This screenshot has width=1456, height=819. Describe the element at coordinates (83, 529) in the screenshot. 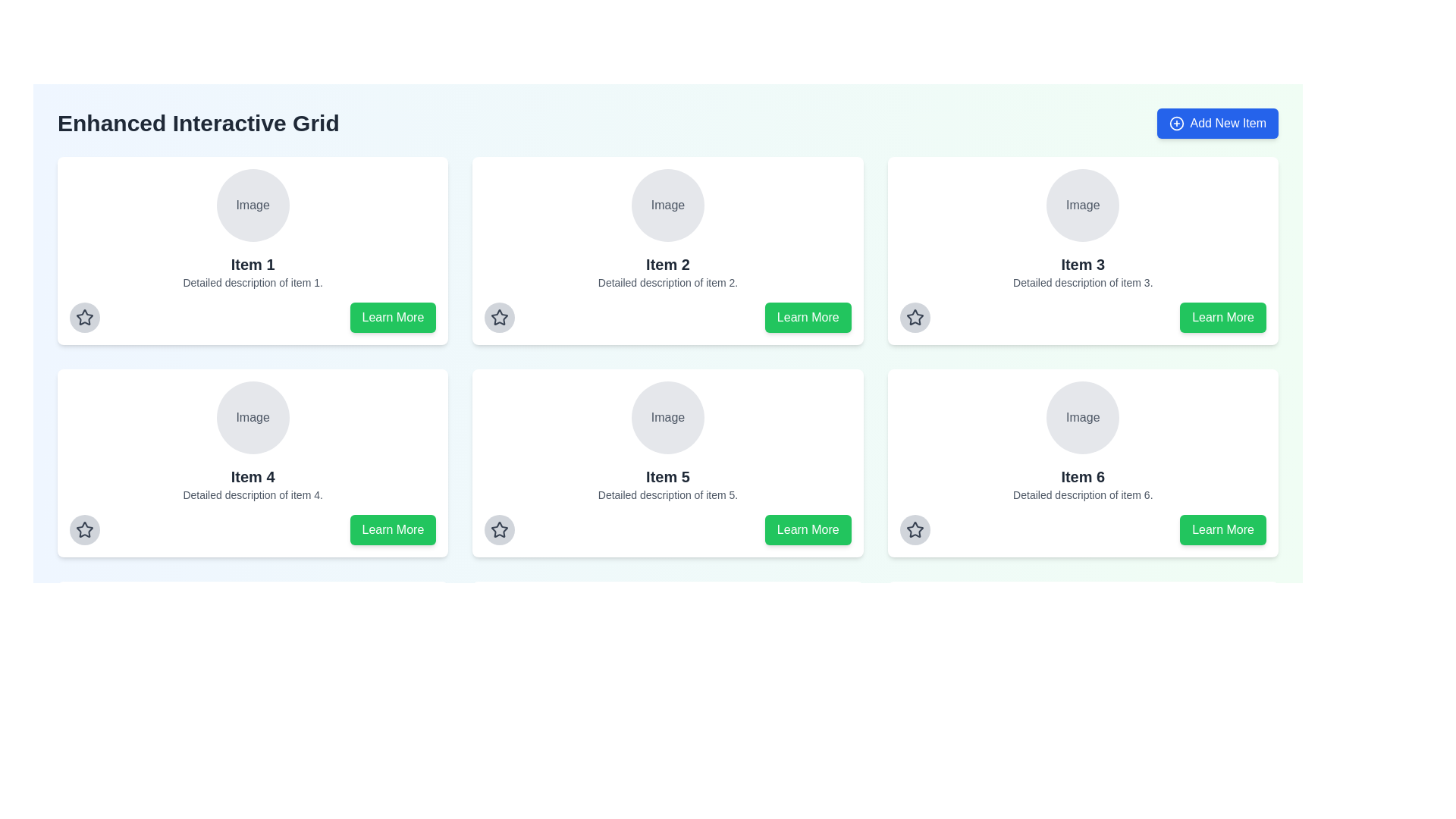

I see `the star-shaped icon button located in the bottom-left corner of the 'Item 4' details box` at that location.